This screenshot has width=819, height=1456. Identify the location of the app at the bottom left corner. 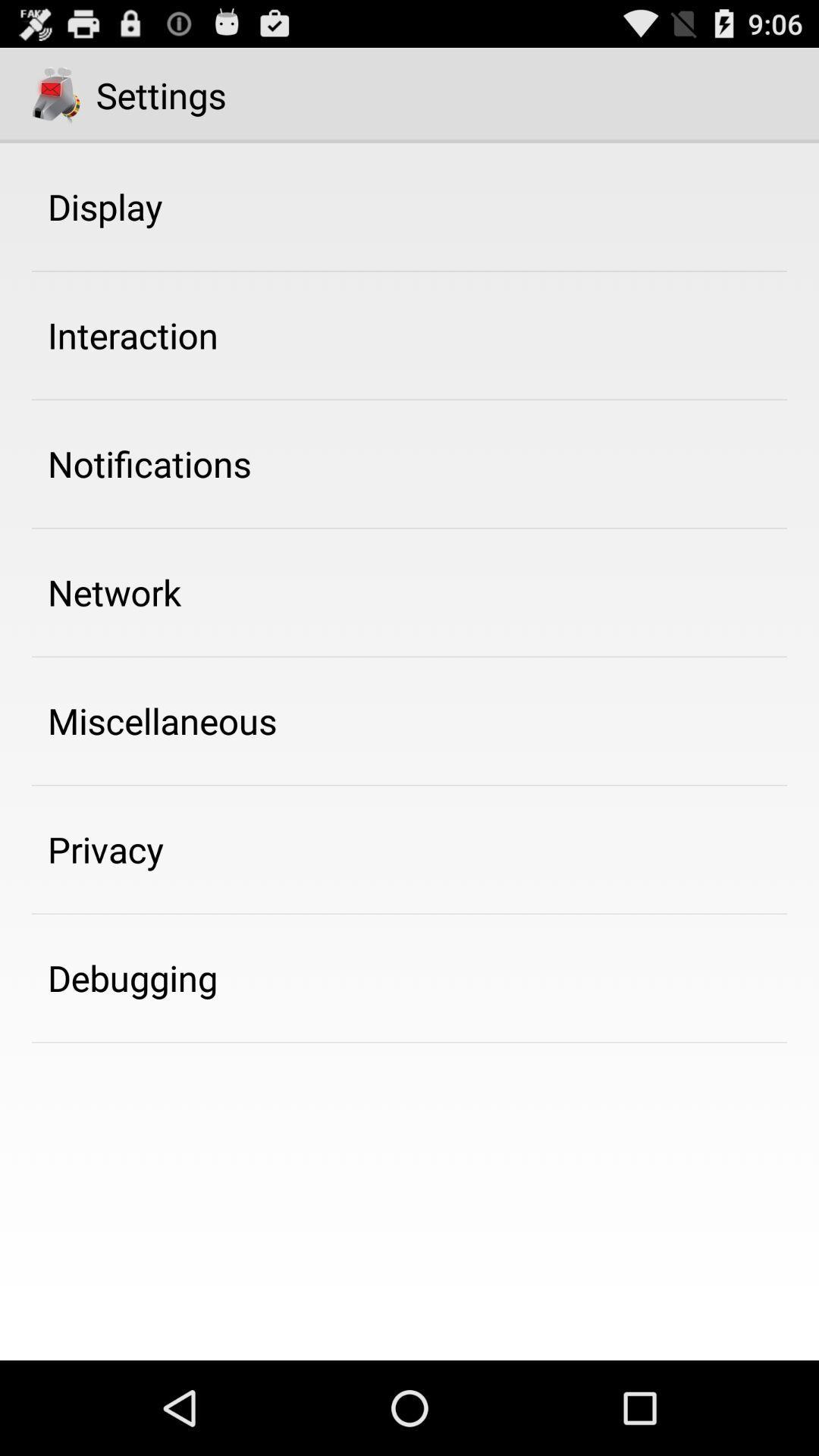
(132, 977).